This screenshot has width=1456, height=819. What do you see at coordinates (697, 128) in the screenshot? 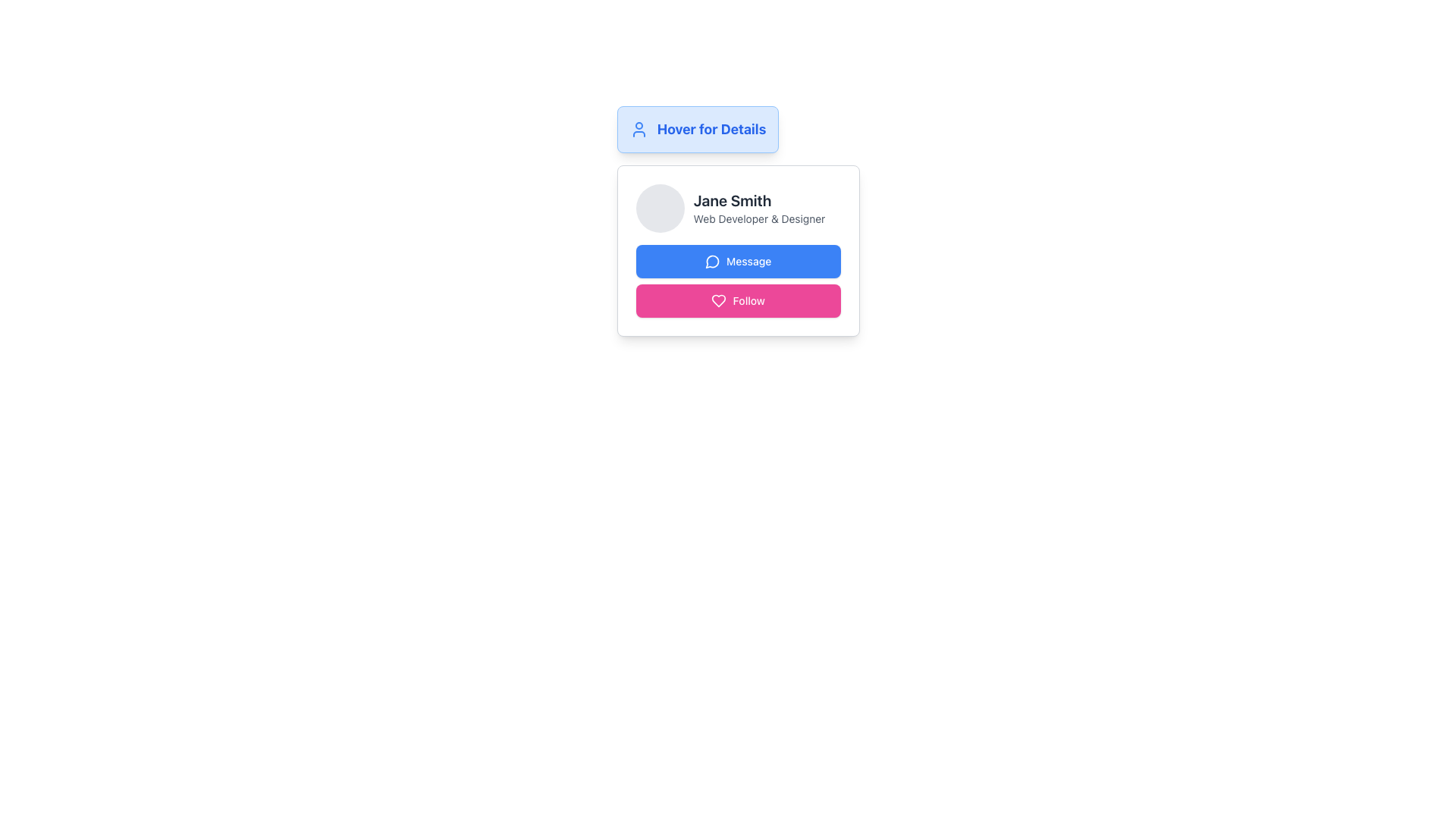
I see `the interactive hoverable section with light blue background and text 'Hover for Details' in bold blue font, located at the top center of the interface` at bounding box center [697, 128].